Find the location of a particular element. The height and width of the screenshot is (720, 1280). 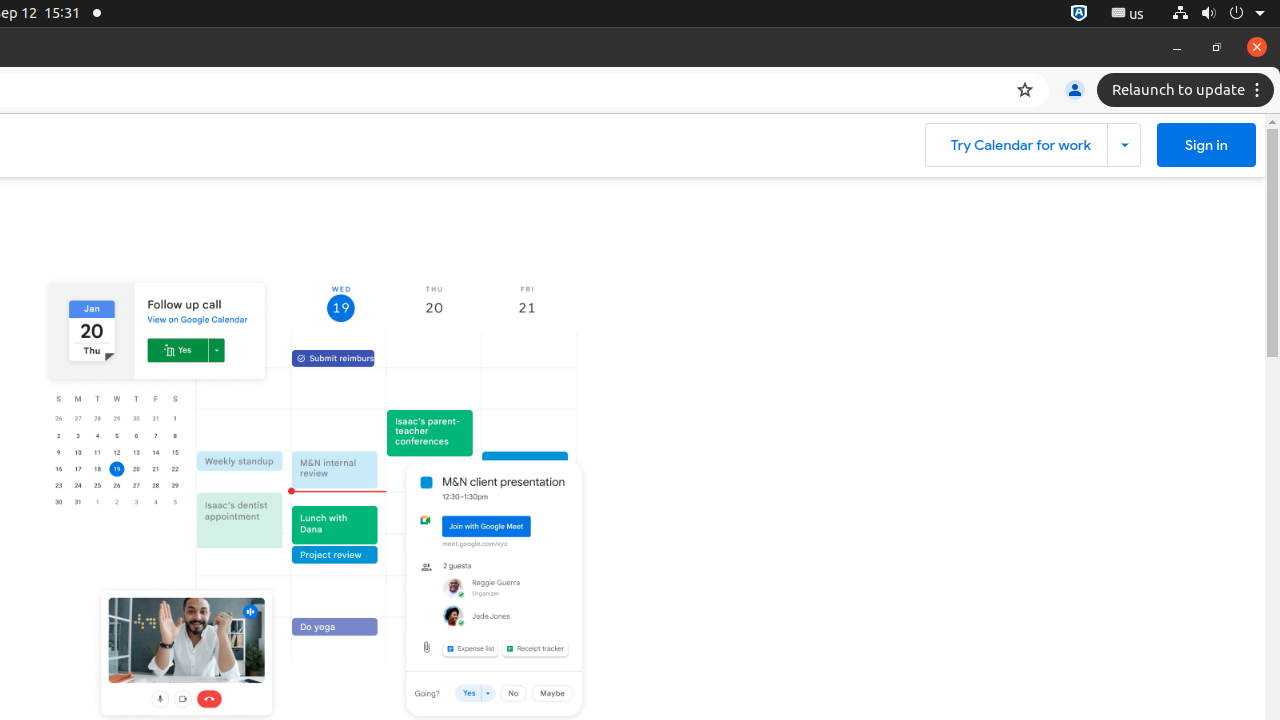

':1.21/StatusNotifierItem' is located at coordinates (1127, 13).